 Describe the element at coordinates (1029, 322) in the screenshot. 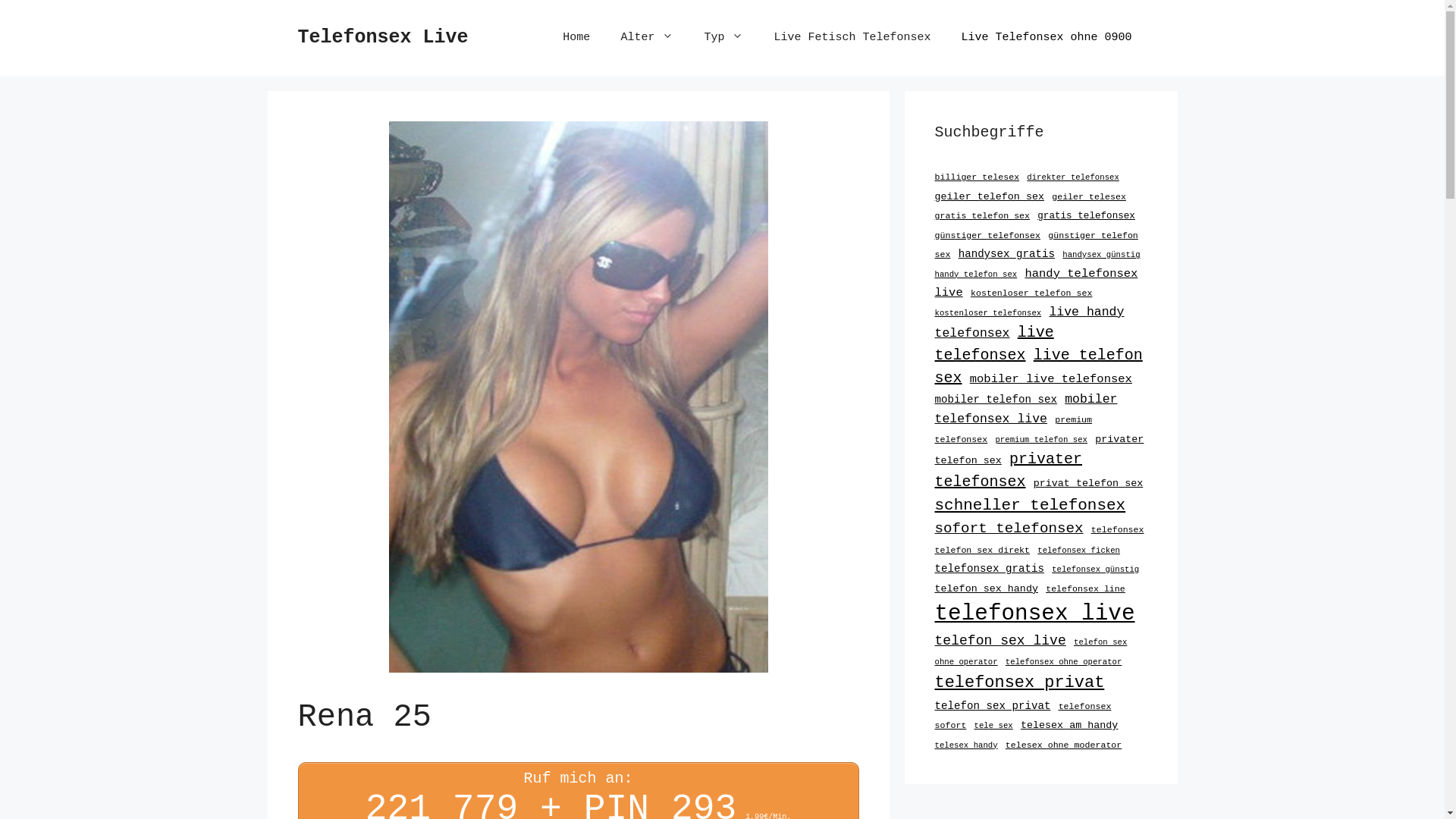

I see `'live handy telefonsex'` at that location.